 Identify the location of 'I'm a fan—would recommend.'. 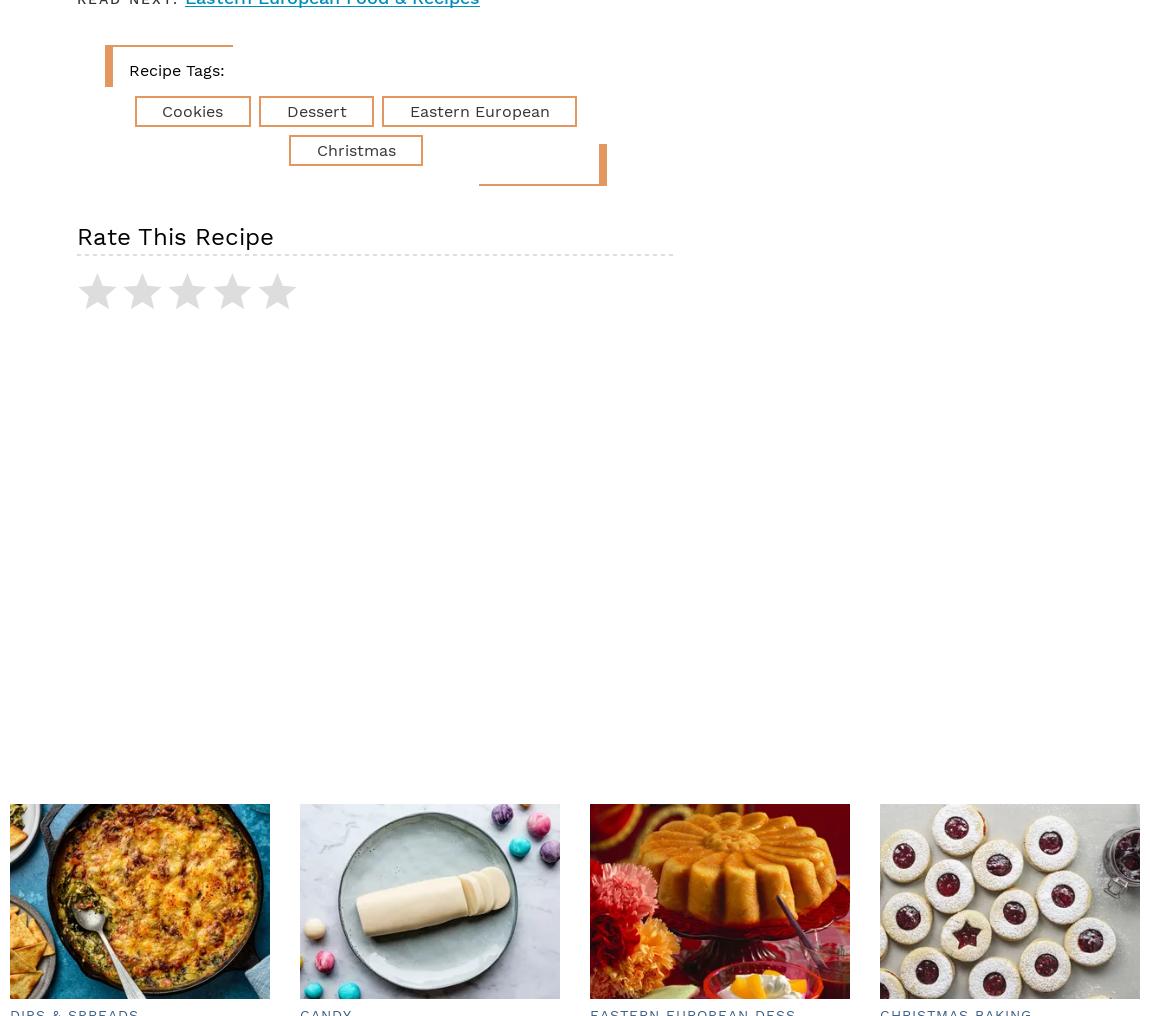
(431, 304).